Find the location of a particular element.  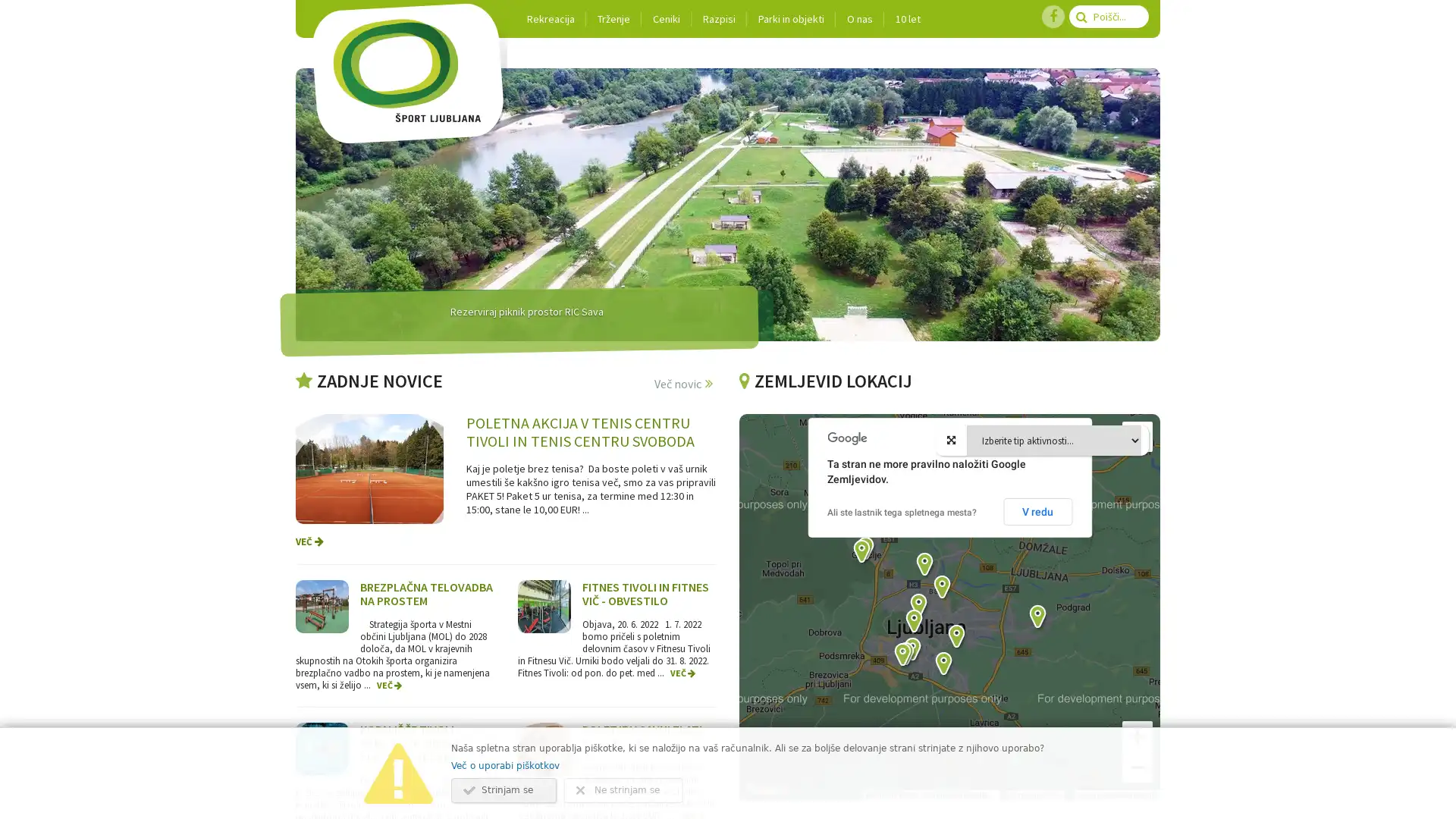

Kako do nas? is located at coordinates (924, 626).